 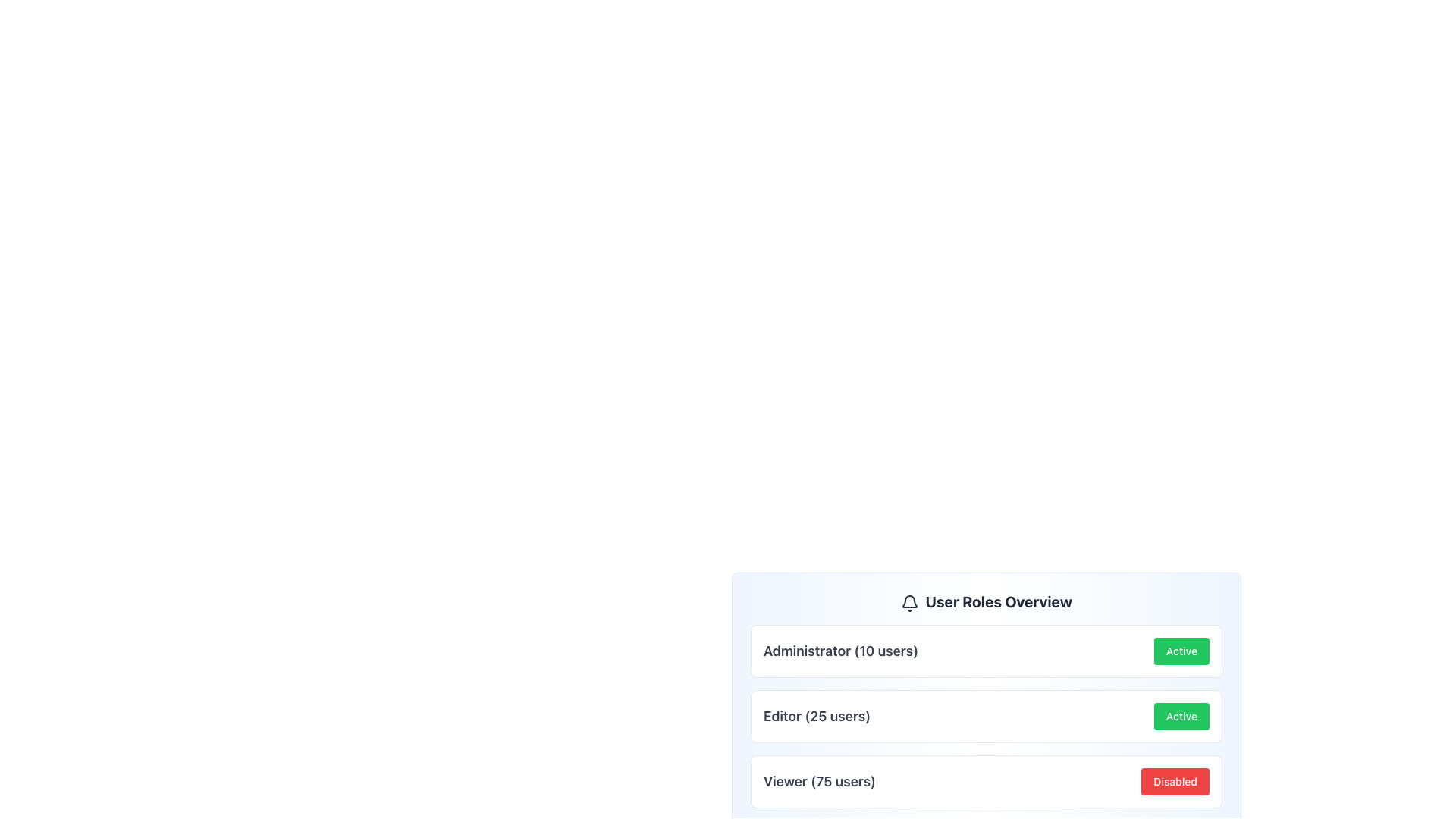 What do you see at coordinates (839, 651) in the screenshot?
I see `the Static Text Label reading 'Administrator (10 users)' which is displayed in bold within a white rectangular card, located near the upper-left segment of the card, to the left of the label 'Active'` at bounding box center [839, 651].